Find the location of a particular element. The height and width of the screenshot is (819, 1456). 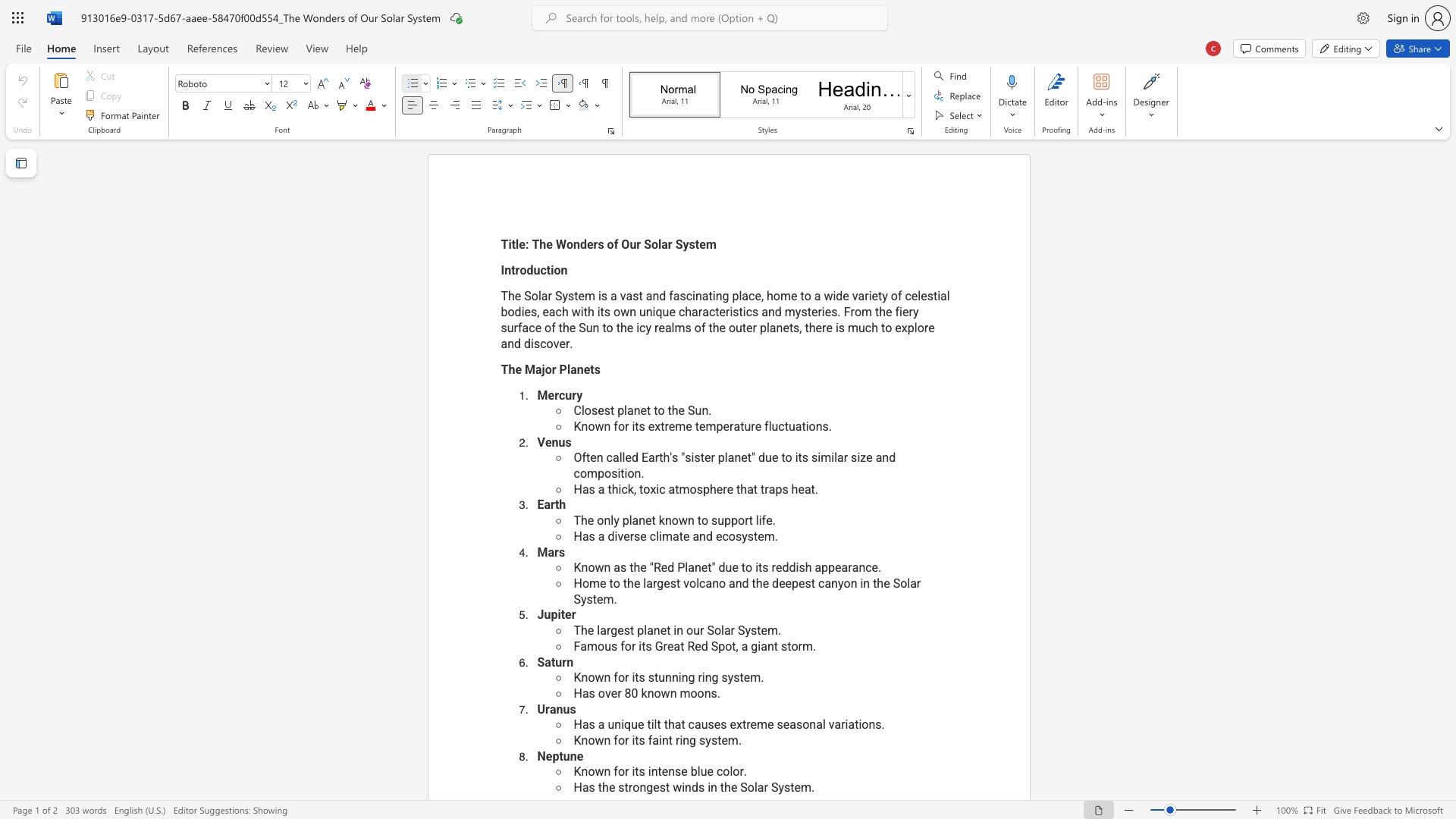

the 1th character "e" in the text is located at coordinates (626, 535).